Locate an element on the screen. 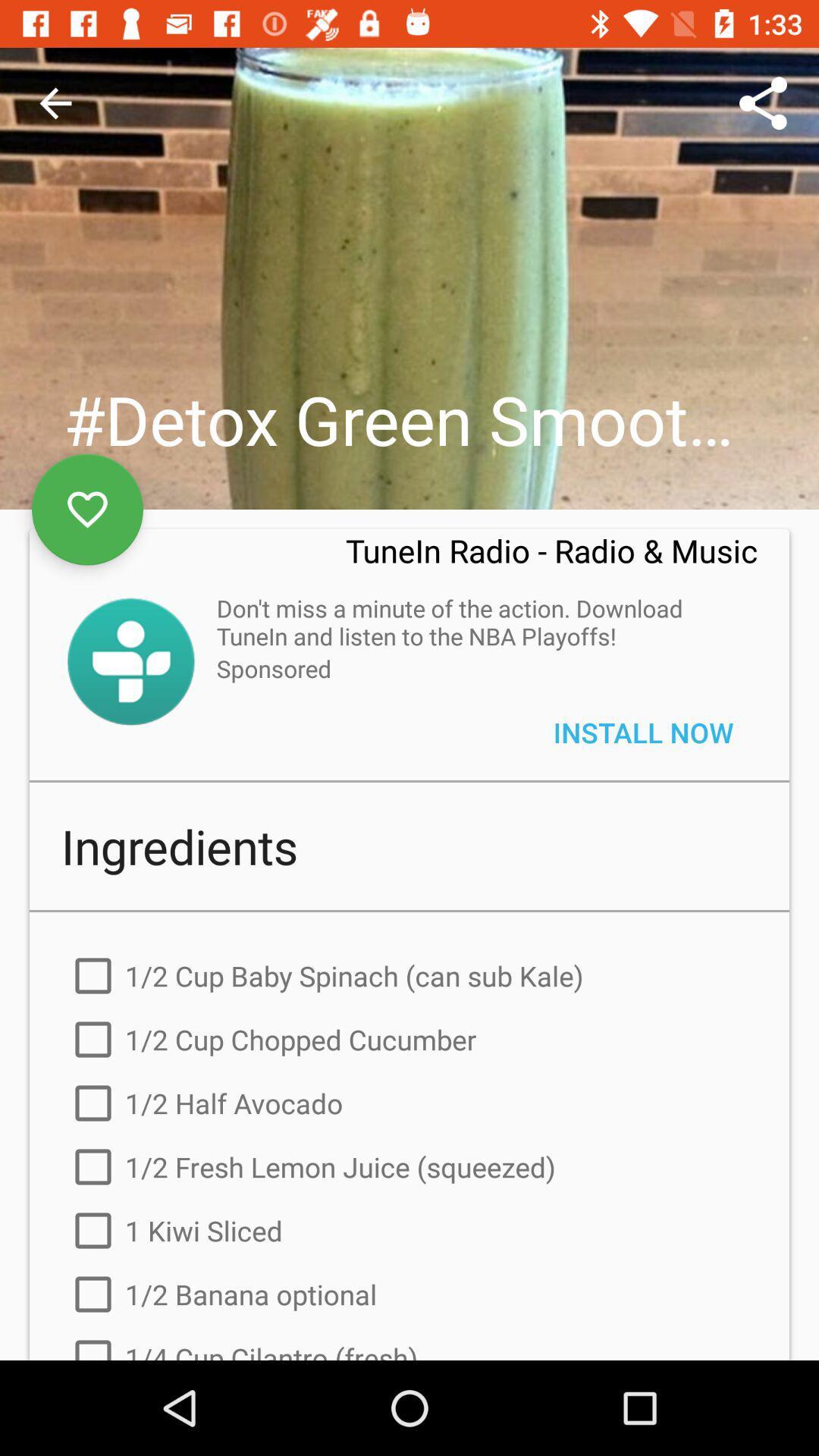  the 1 kiwi sliced item is located at coordinates (409, 1230).